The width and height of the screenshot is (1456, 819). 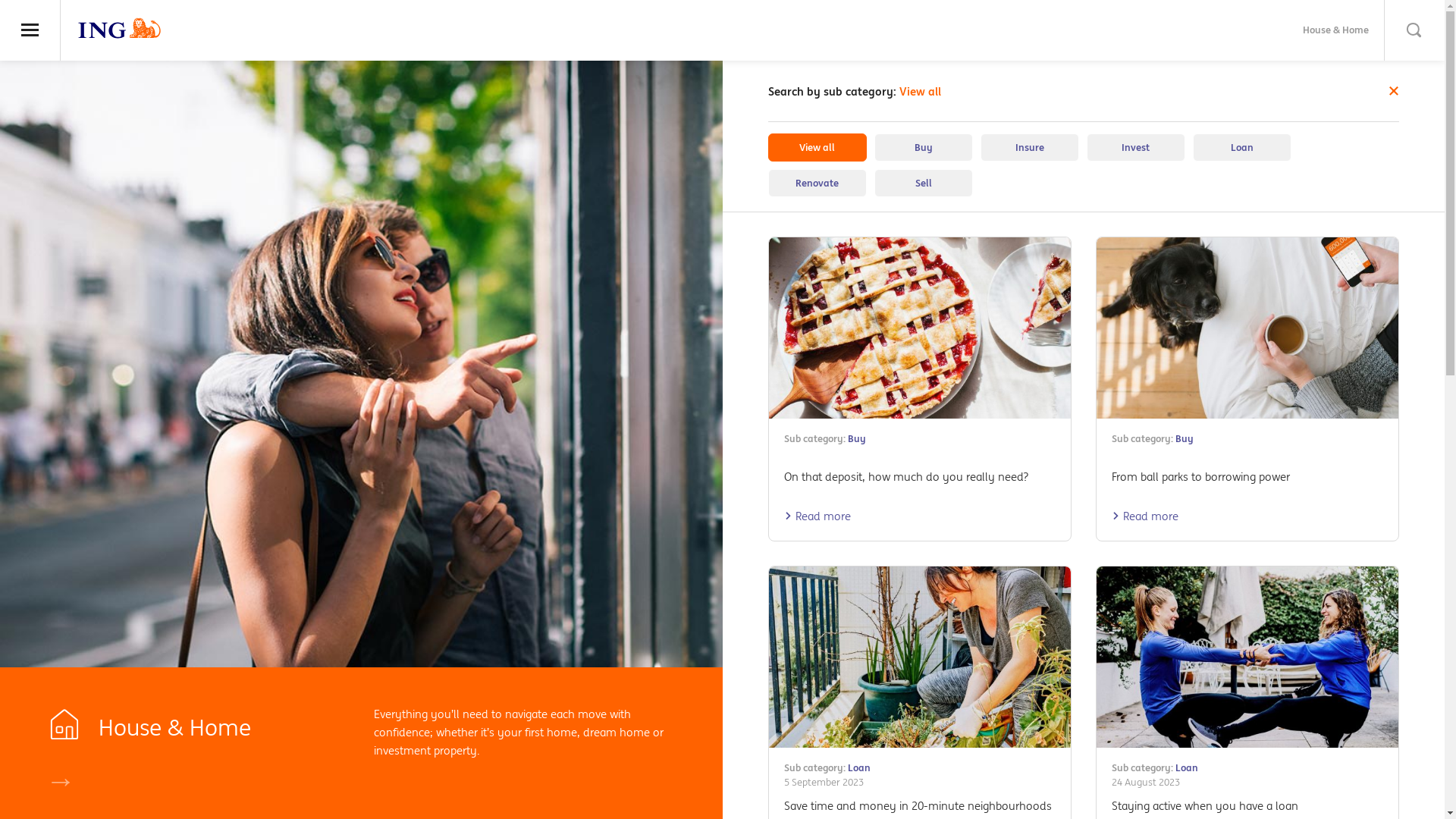 I want to click on 'View all', so click(x=815, y=147).